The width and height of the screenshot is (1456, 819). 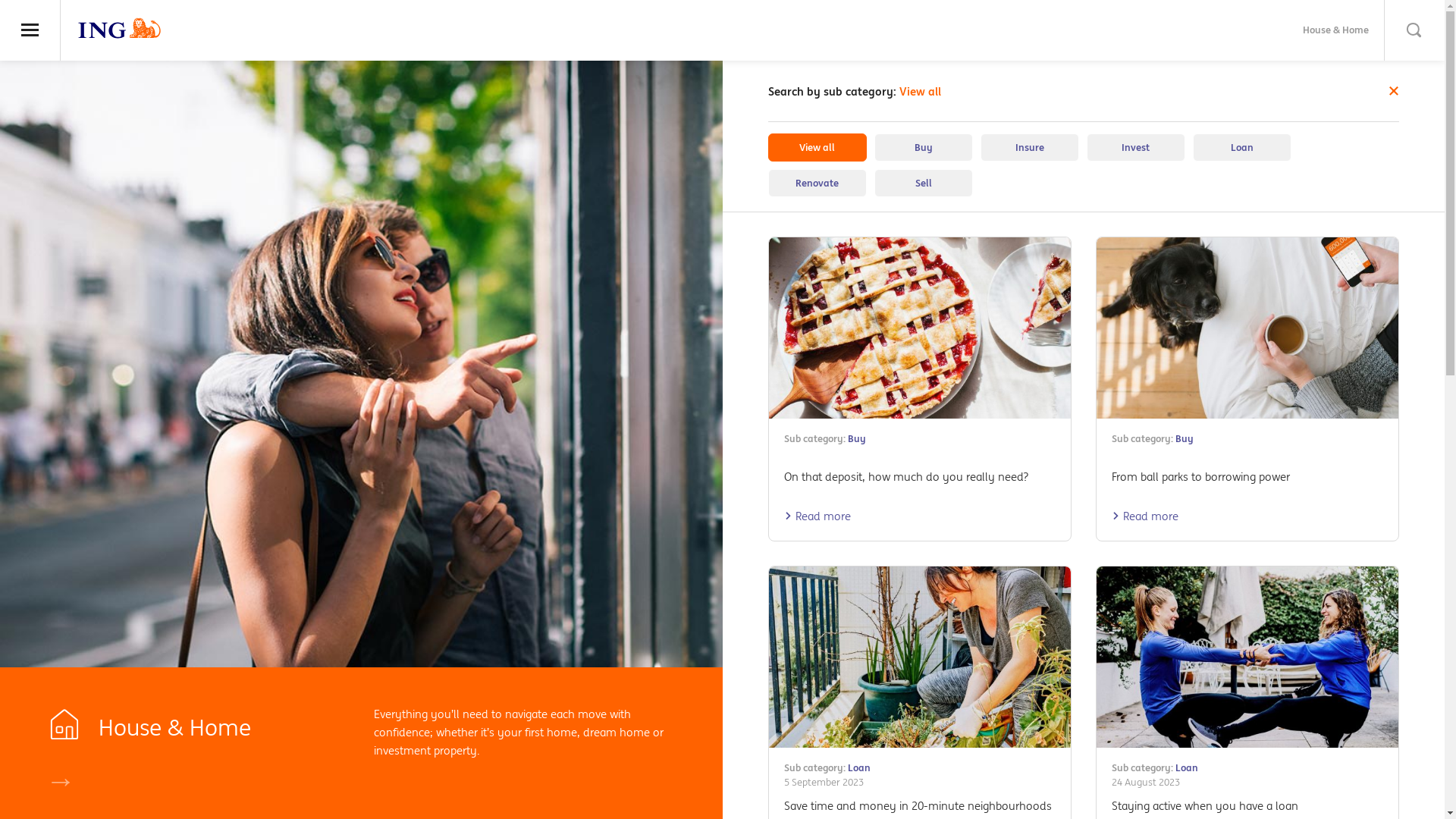 I want to click on 'View all', so click(x=815, y=147).